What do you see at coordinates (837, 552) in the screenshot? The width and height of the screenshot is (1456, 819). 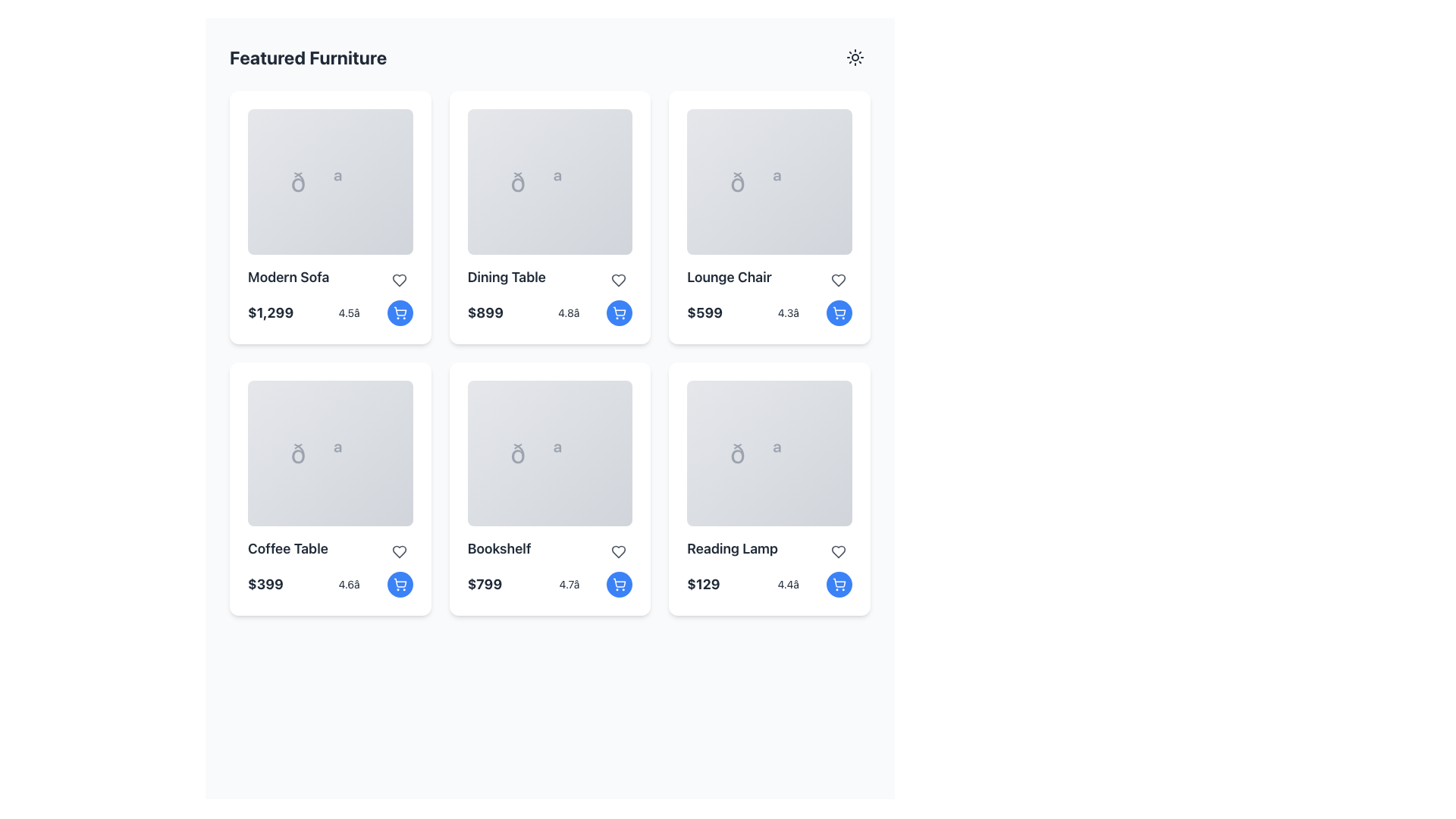 I see `the heart icon located at the bottom right of the 'Reading Lamp' card` at bounding box center [837, 552].